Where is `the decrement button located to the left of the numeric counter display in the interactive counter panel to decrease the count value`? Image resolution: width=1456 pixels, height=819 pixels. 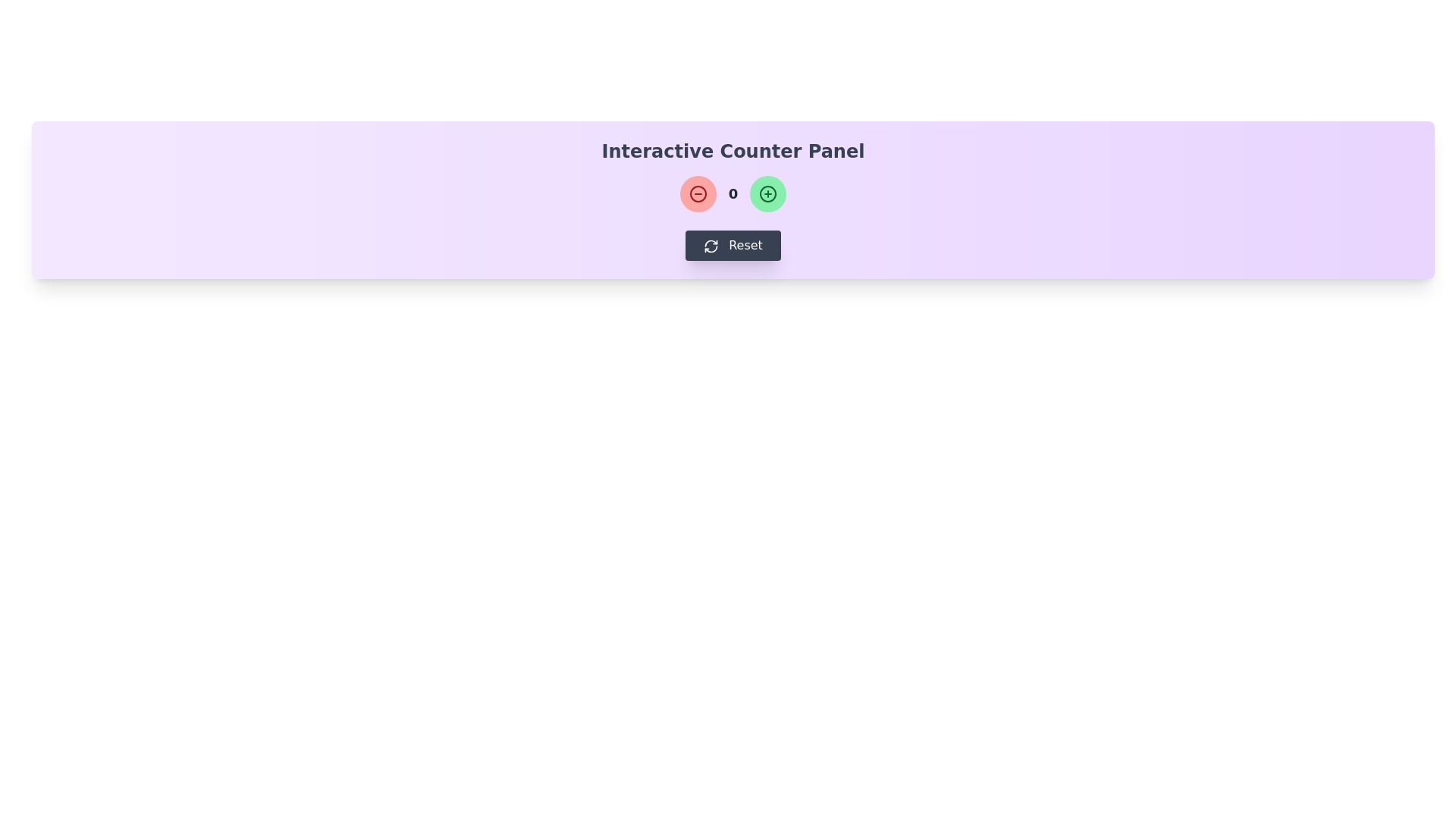
the decrement button located to the left of the numeric counter display in the interactive counter panel to decrease the count value is located at coordinates (697, 193).